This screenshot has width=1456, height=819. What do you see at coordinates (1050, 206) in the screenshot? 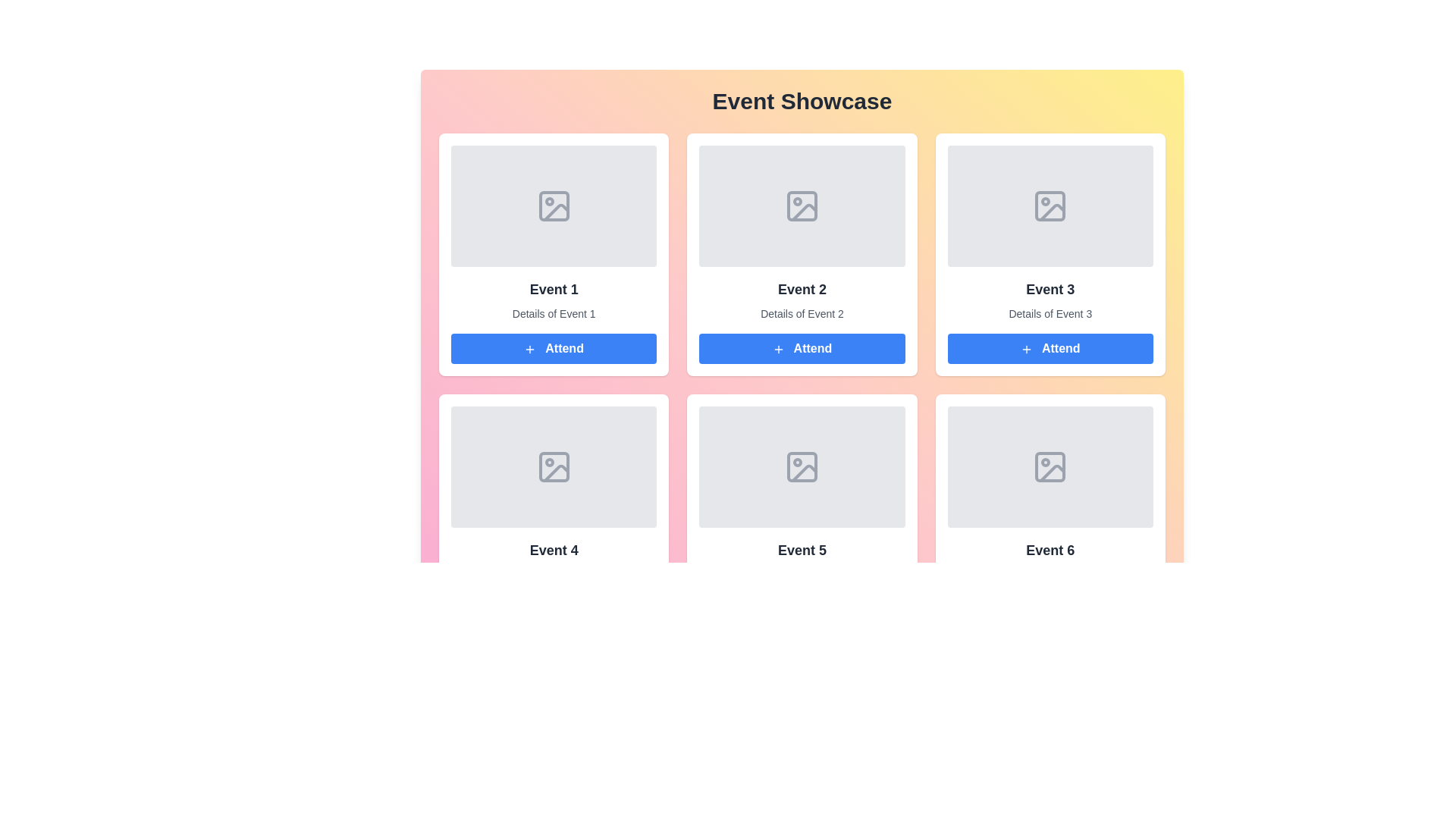
I see `the small rounded gray rectangle within the image placeholder icon in the third event card, located in the top row, third column of the layout grid` at bounding box center [1050, 206].